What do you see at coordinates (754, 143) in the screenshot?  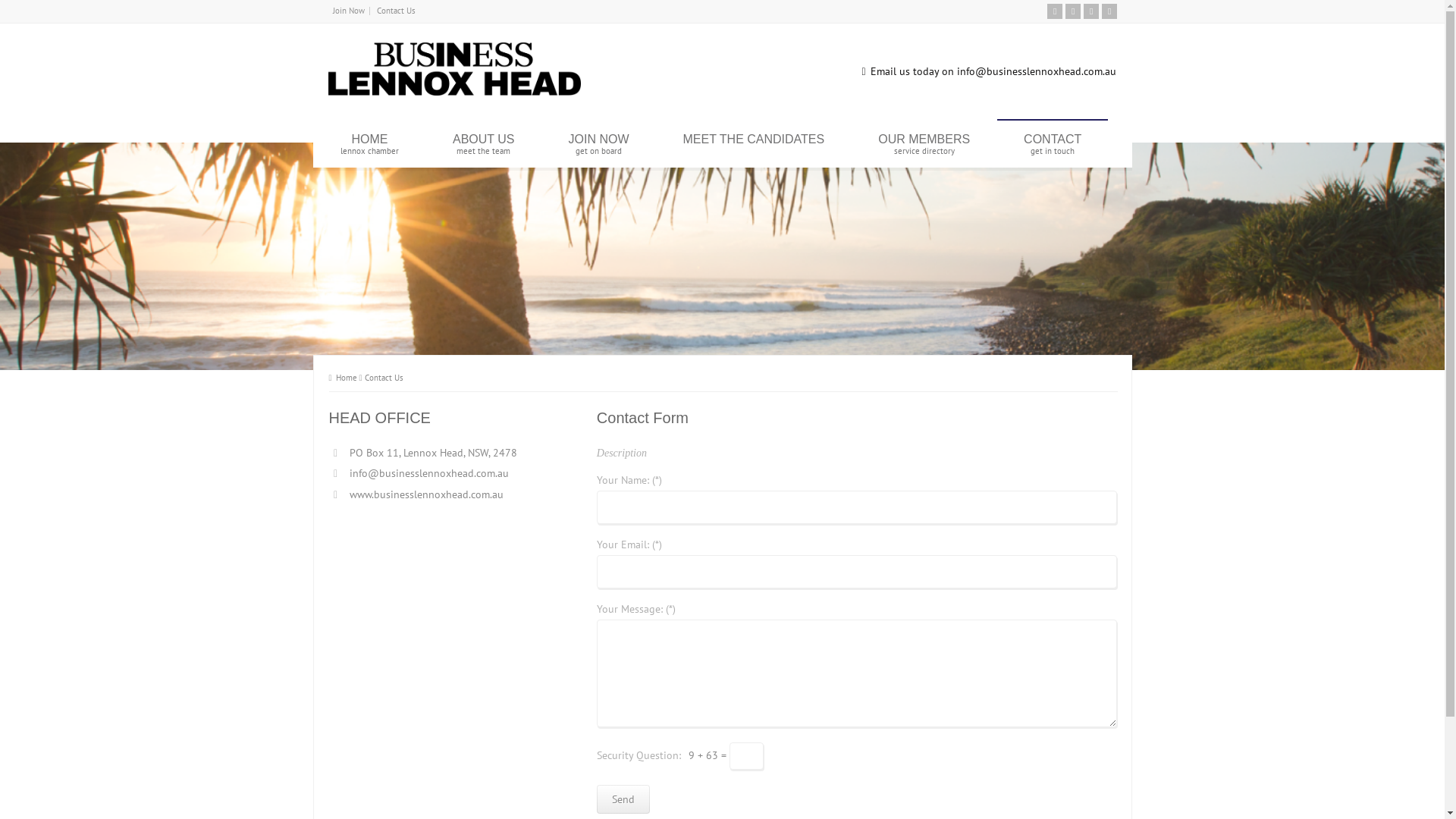 I see `'MEET THE CANDIDATES` at bounding box center [754, 143].